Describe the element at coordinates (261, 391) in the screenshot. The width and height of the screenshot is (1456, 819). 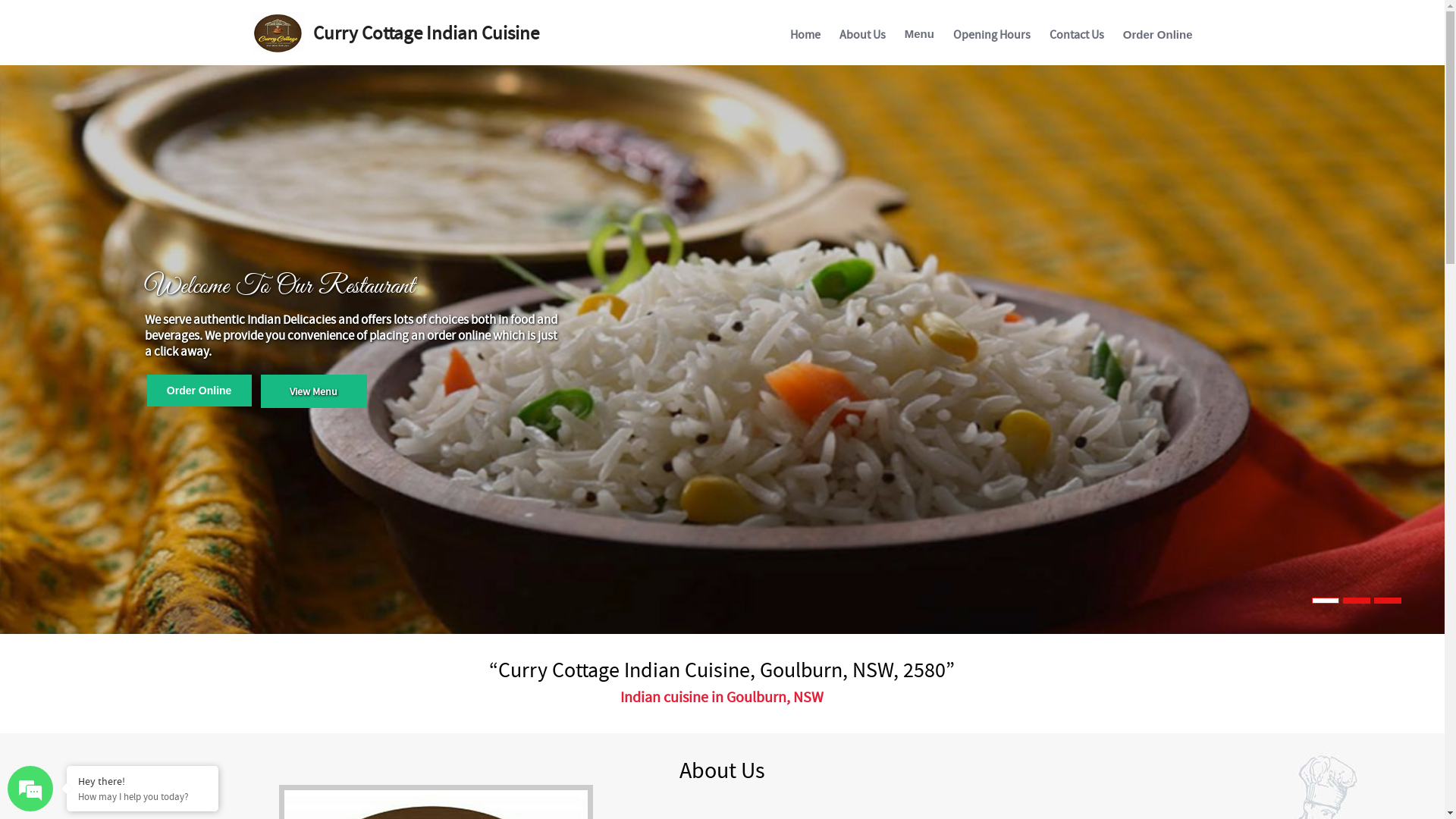
I see `'View Menu'` at that location.